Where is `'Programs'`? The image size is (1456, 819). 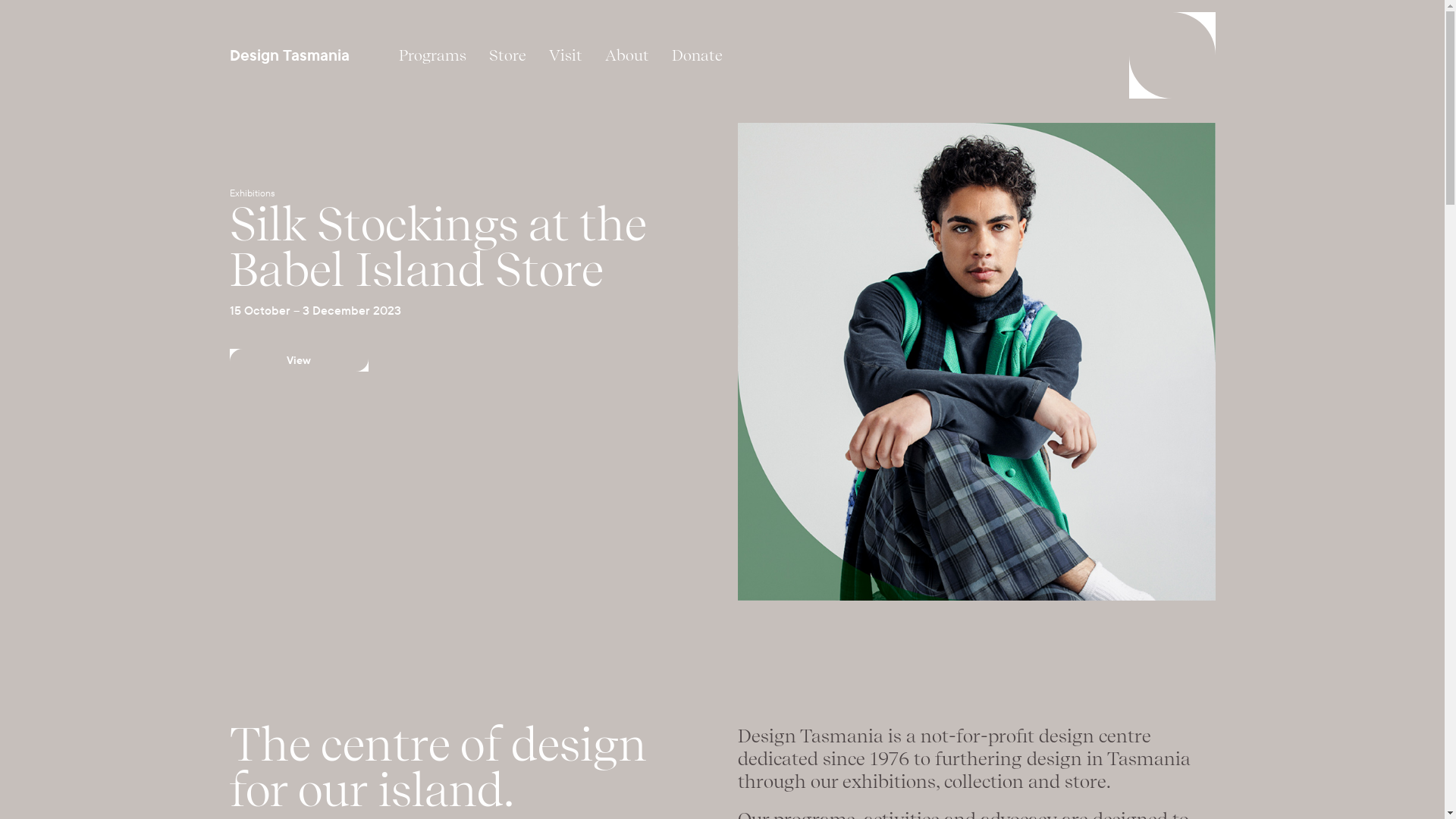
'Programs' is located at coordinates (386, 55).